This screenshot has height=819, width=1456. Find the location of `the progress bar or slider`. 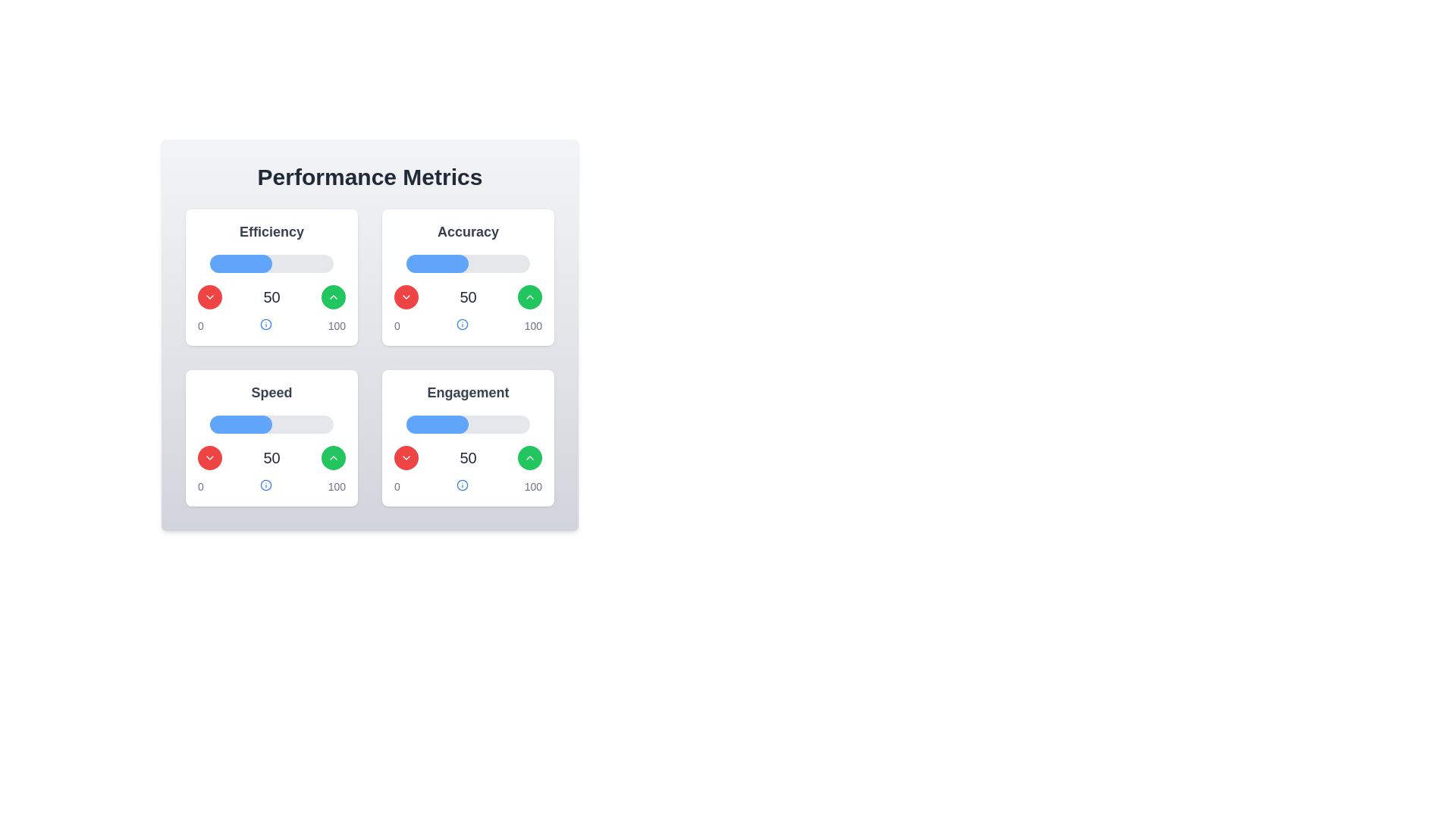

the progress bar or slider is located at coordinates (284, 424).